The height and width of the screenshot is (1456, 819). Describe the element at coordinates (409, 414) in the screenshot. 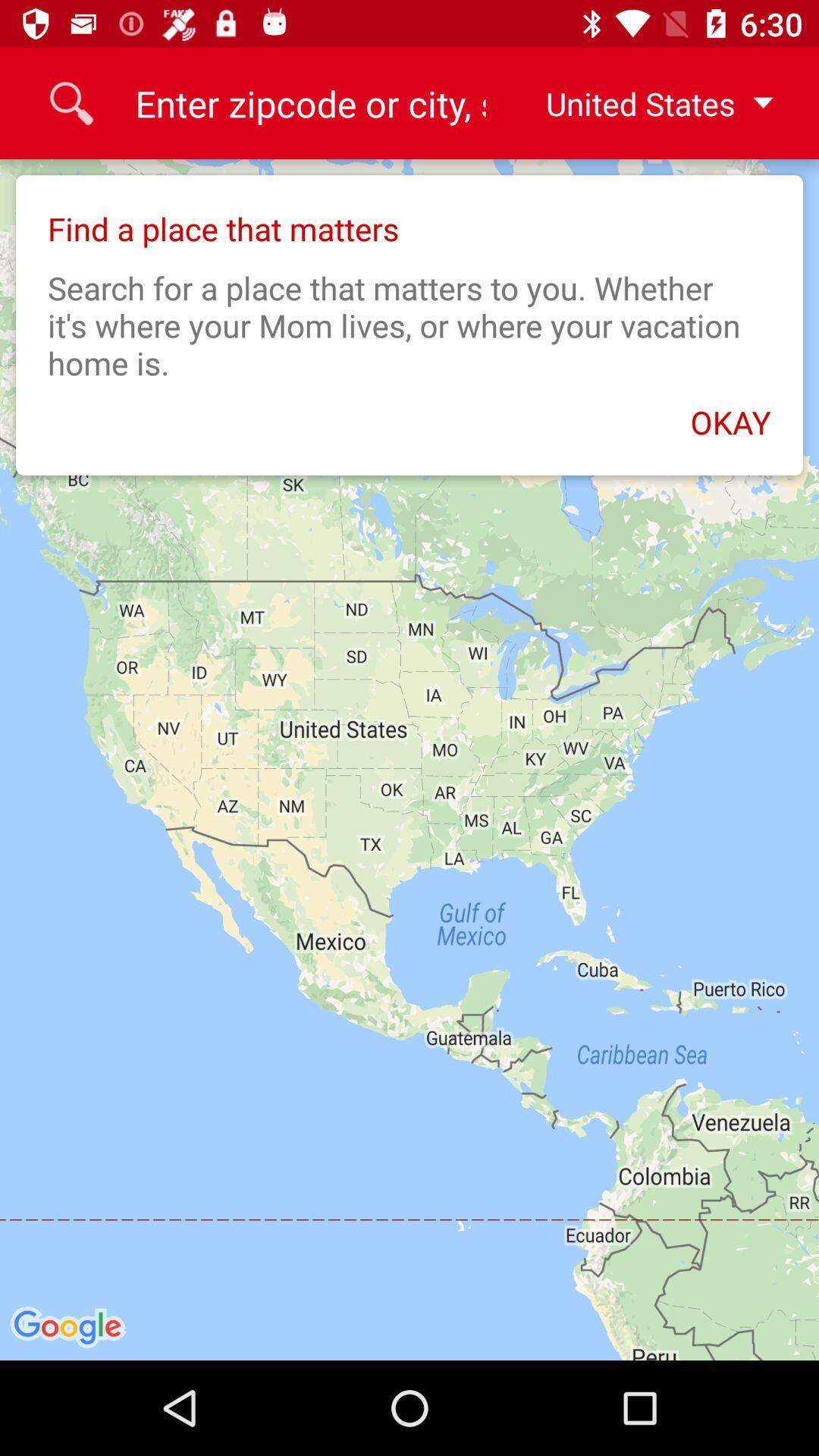

I see `okay item` at that location.